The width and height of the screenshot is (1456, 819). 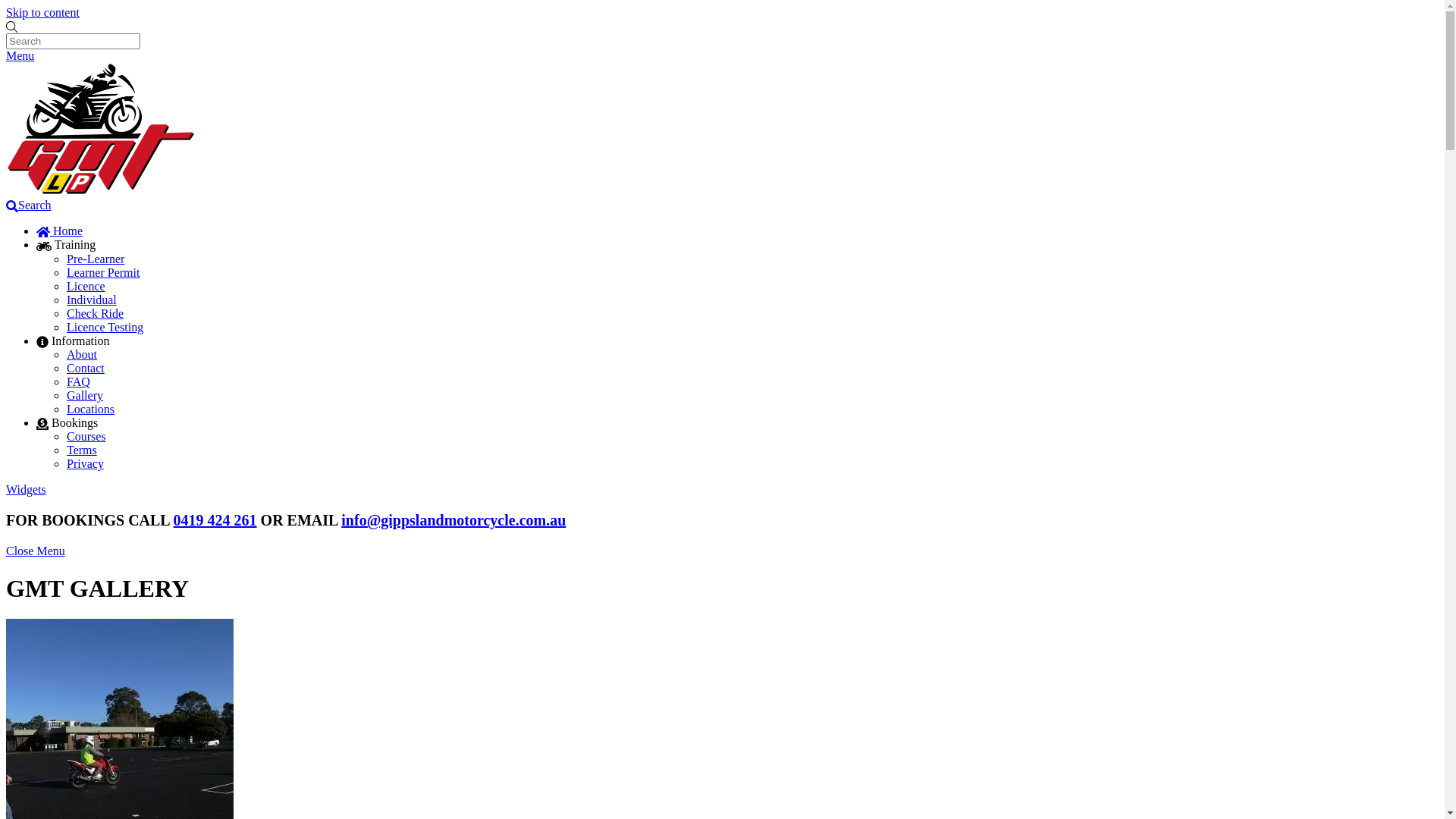 I want to click on 'Search', so click(x=72, y=40).